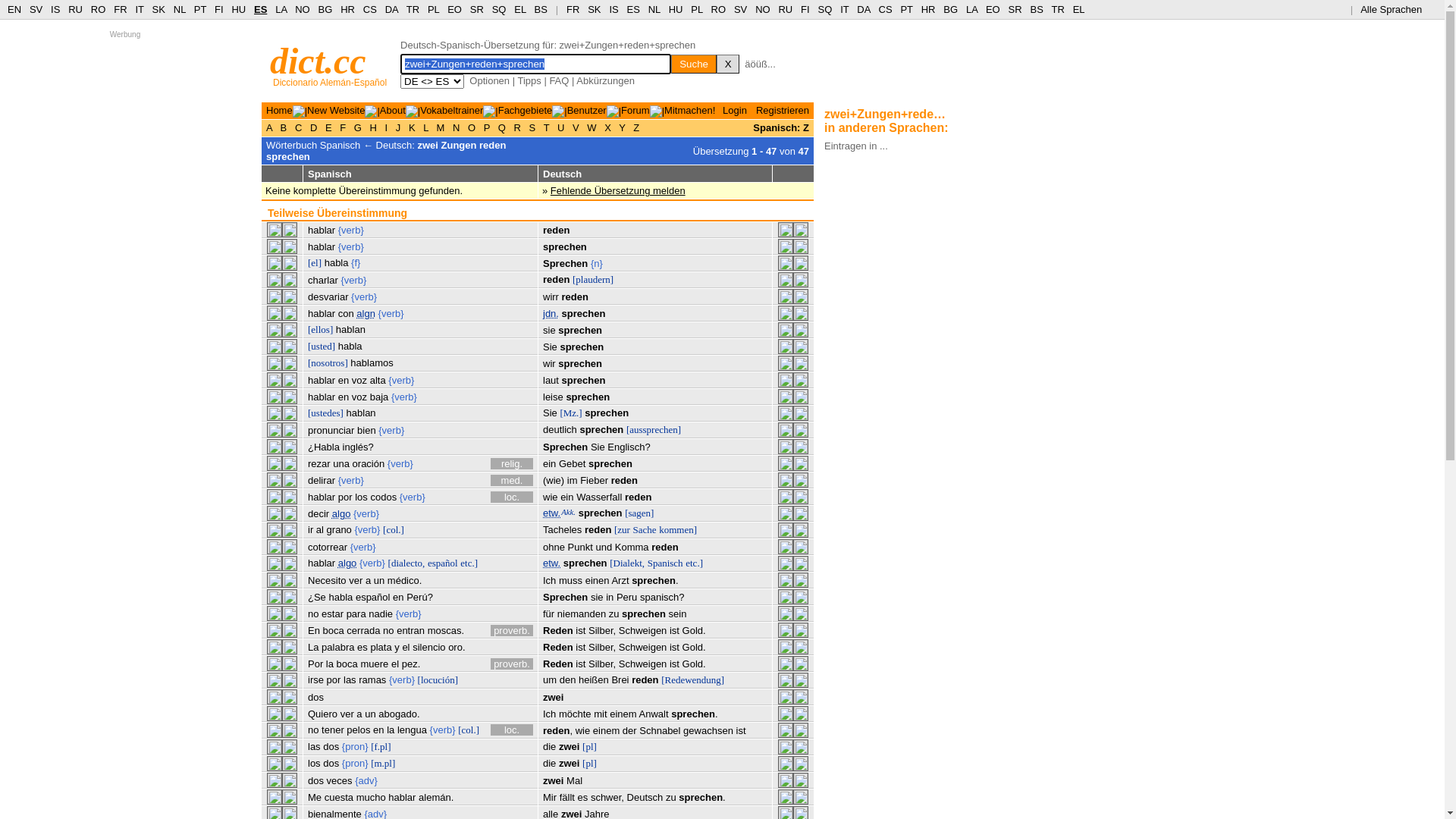  What do you see at coordinates (326, 529) in the screenshot?
I see `'grano'` at bounding box center [326, 529].